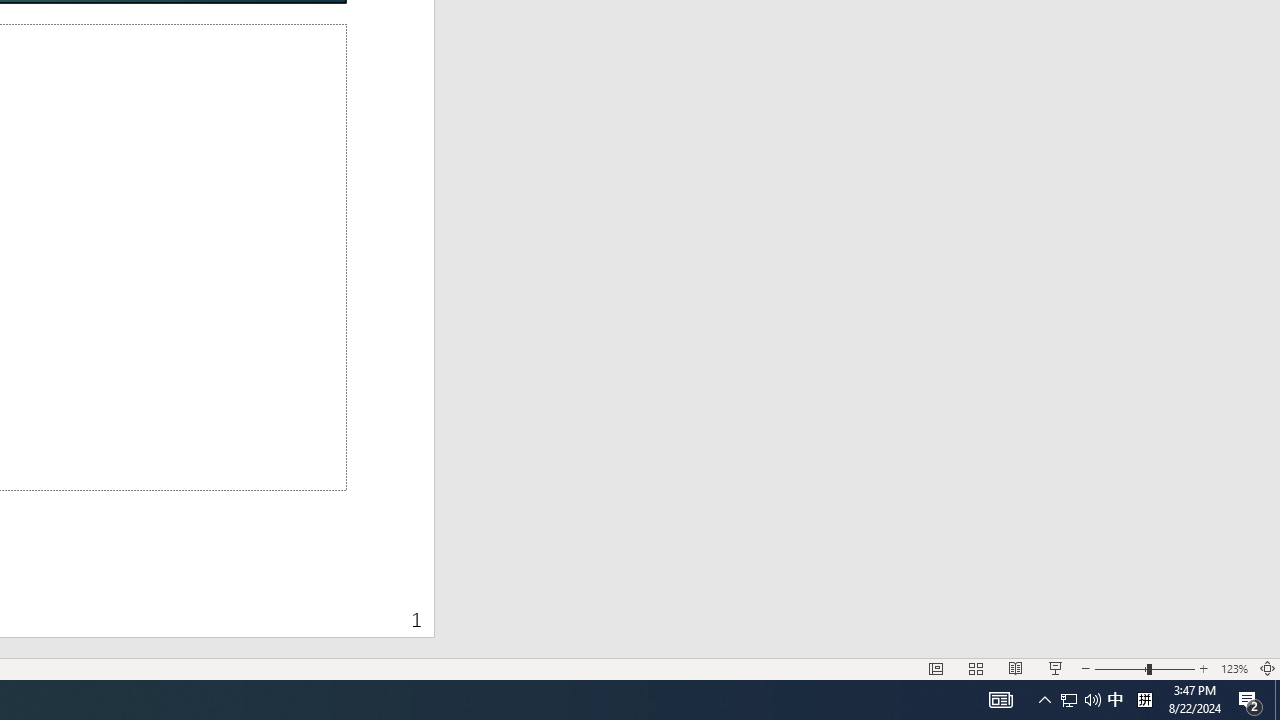 The width and height of the screenshot is (1280, 720). I want to click on 'Zoom to Fit ', so click(1266, 669).